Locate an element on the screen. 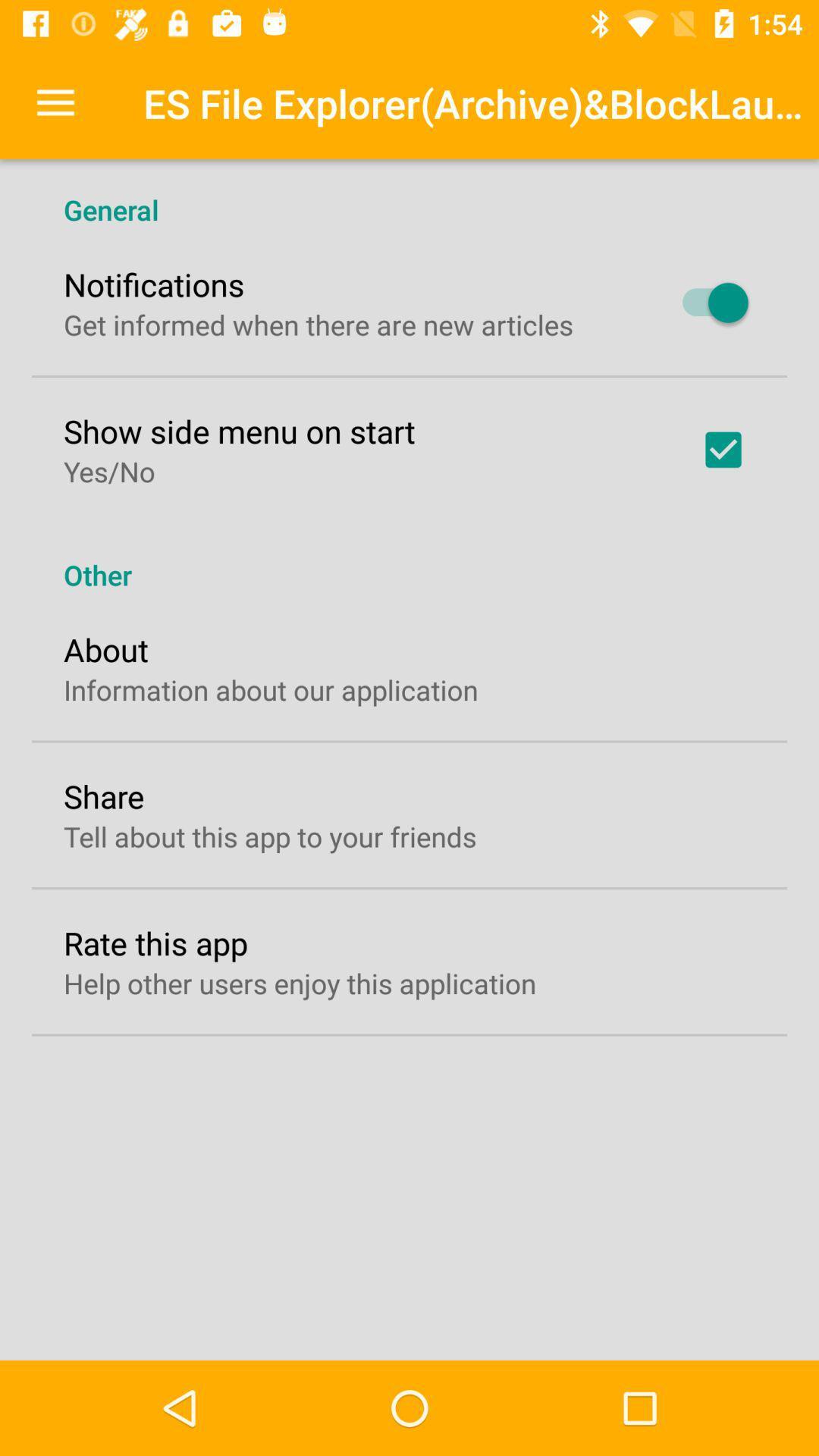 This screenshot has height=1456, width=819. icon below the general item is located at coordinates (154, 284).